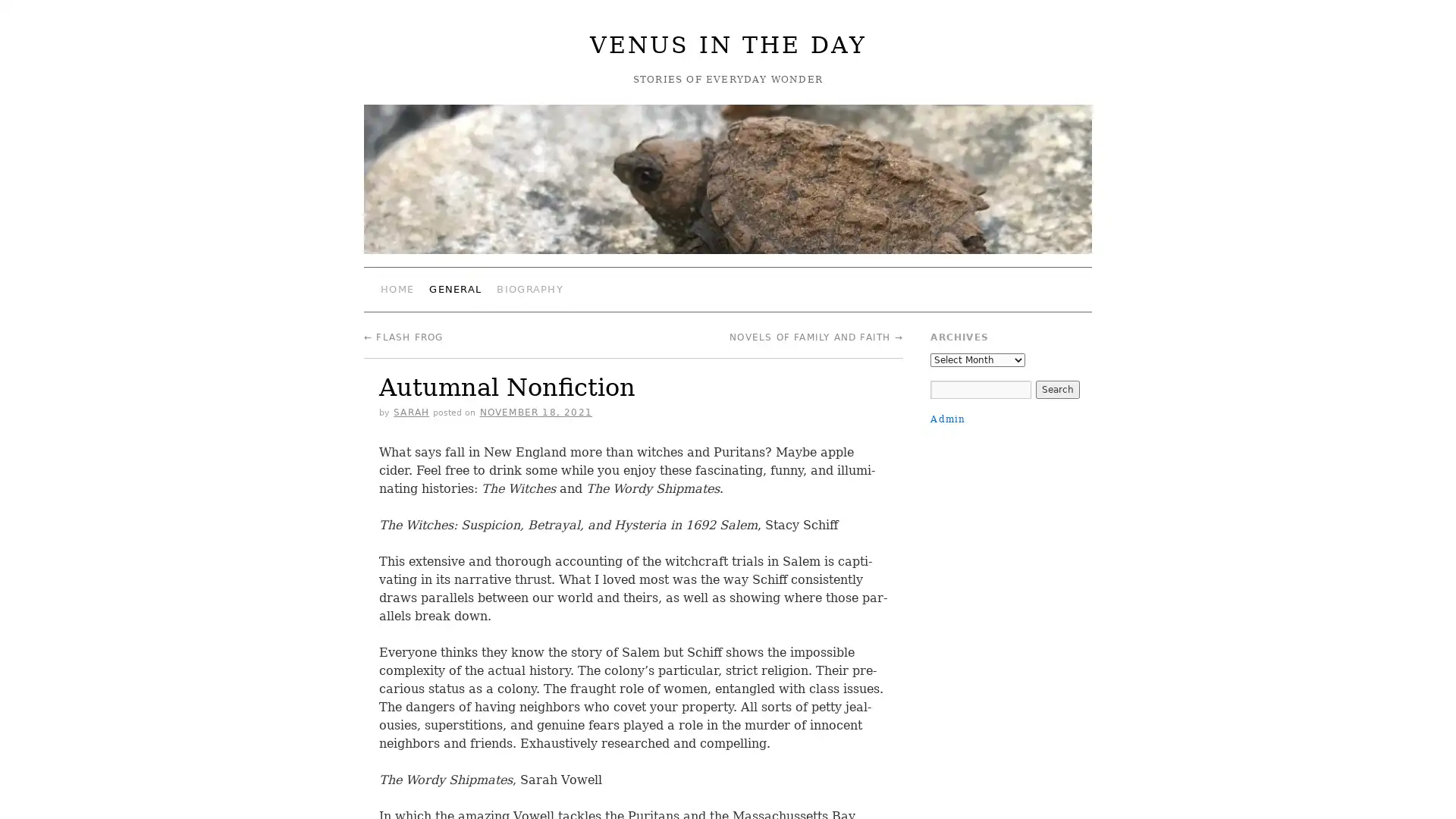 This screenshot has width=1456, height=819. What do you see at coordinates (1056, 388) in the screenshot?
I see `Search` at bounding box center [1056, 388].